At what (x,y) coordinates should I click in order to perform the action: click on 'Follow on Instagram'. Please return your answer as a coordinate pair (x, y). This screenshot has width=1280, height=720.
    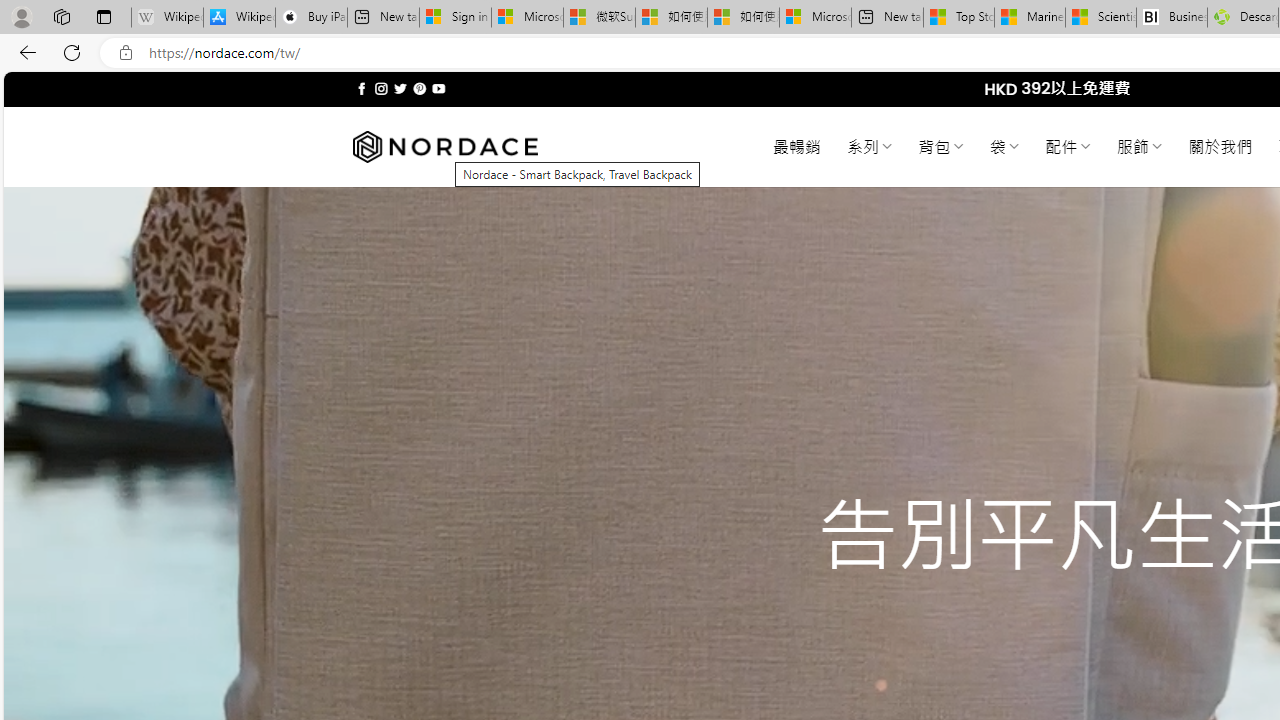
    Looking at the image, I should click on (381, 88).